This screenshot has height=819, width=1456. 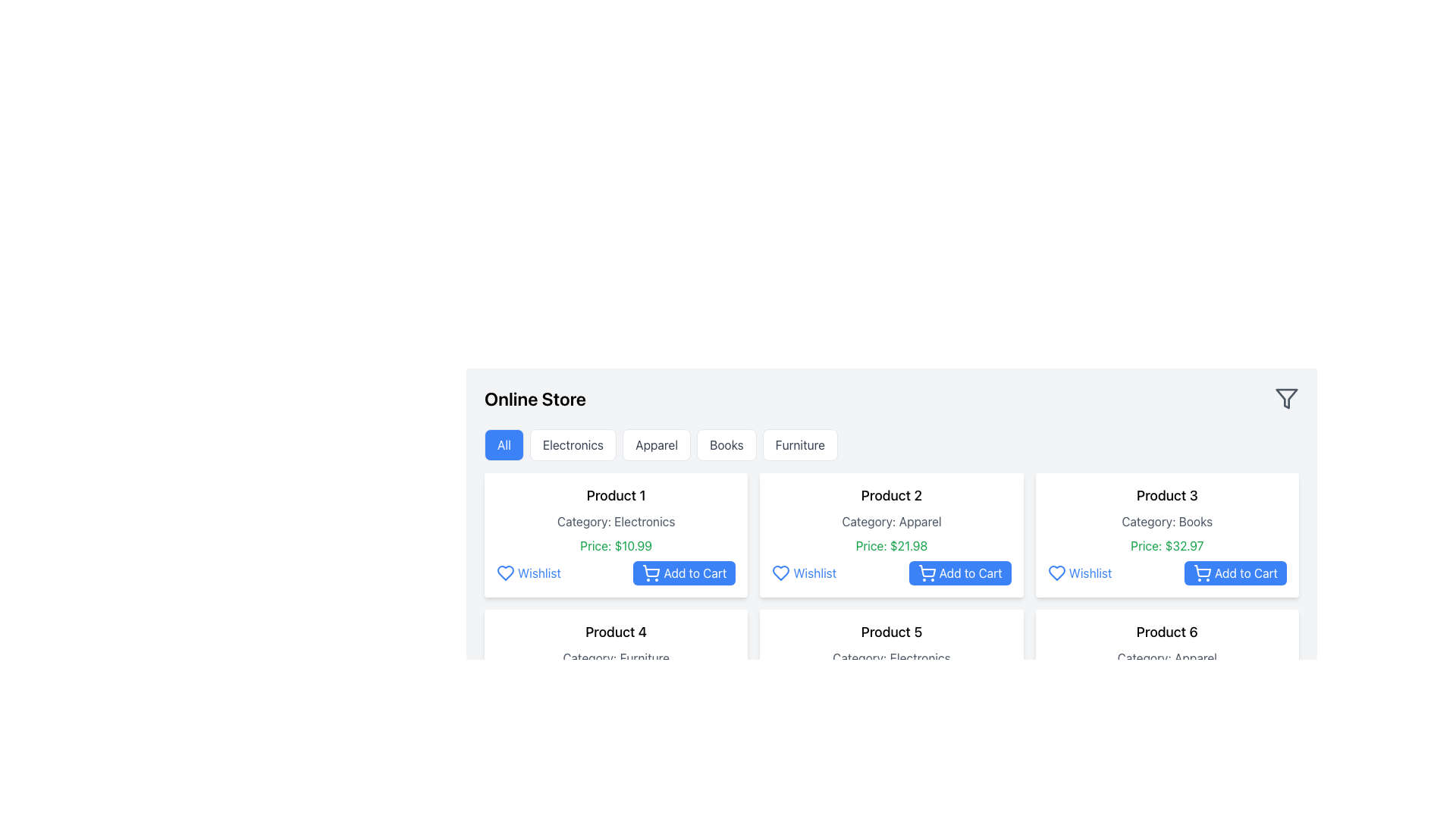 I want to click on the heart-shaped icon with a blue outline and white fill, located above the 'Wishlist' label for Product 1 in the 'Online Store' interface, so click(x=506, y=573).